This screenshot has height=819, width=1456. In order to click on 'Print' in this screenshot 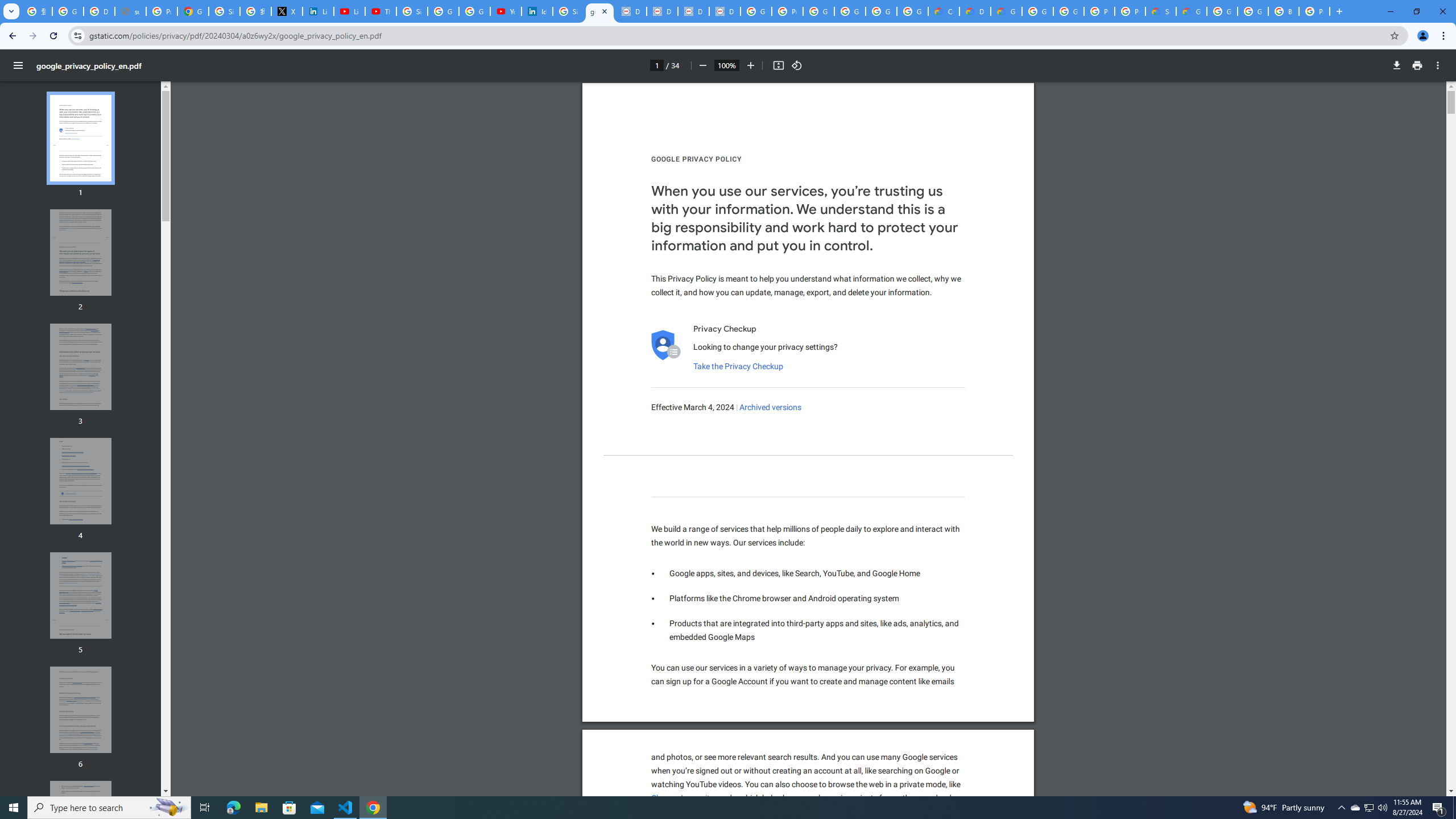, I will do `click(1417, 65)`.